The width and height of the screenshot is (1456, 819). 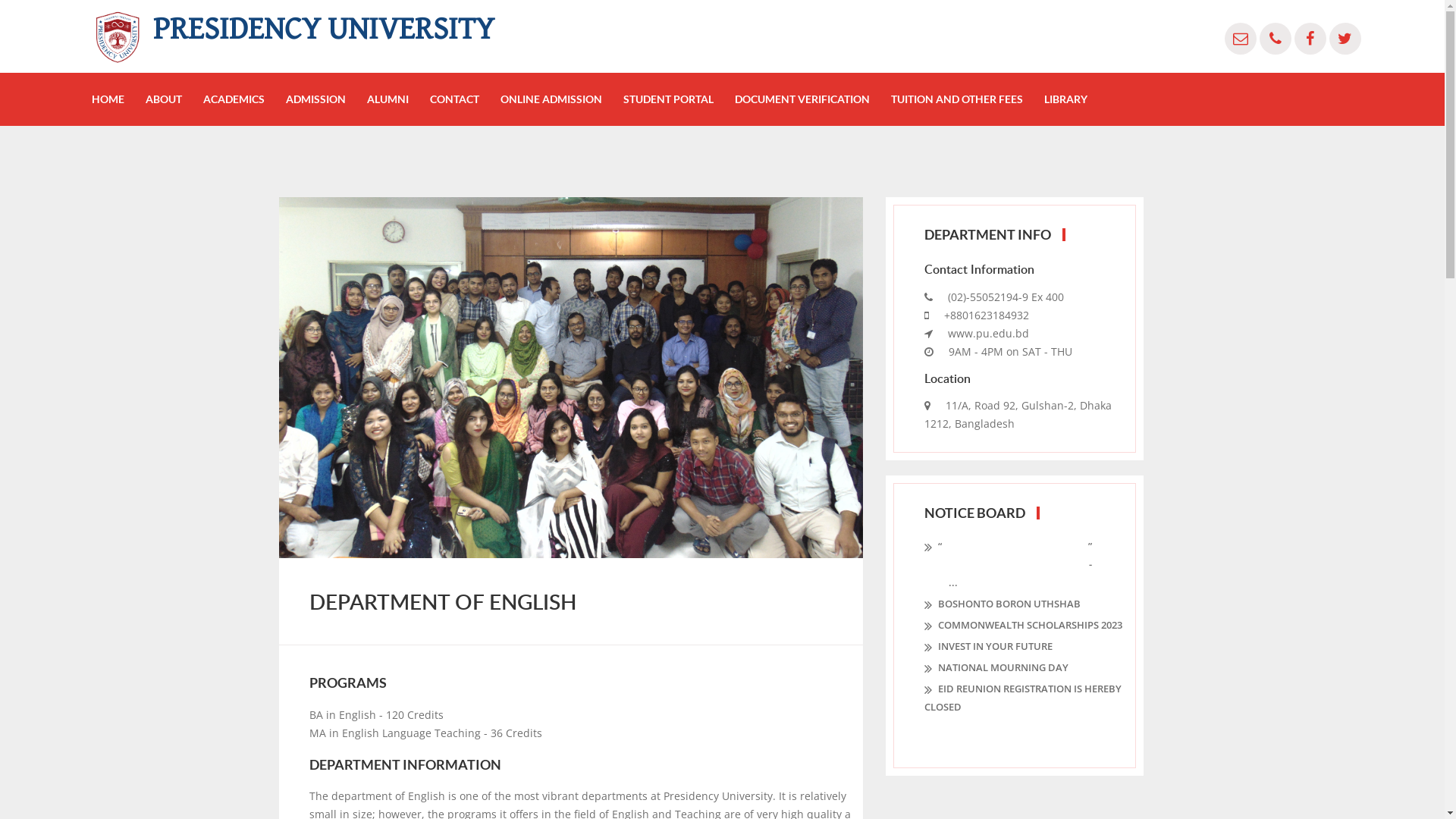 What do you see at coordinates (1027, 698) in the screenshot?
I see `'EID REUNION REGISTRATION IS HEREBY CLOSED'` at bounding box center [1027, 698].